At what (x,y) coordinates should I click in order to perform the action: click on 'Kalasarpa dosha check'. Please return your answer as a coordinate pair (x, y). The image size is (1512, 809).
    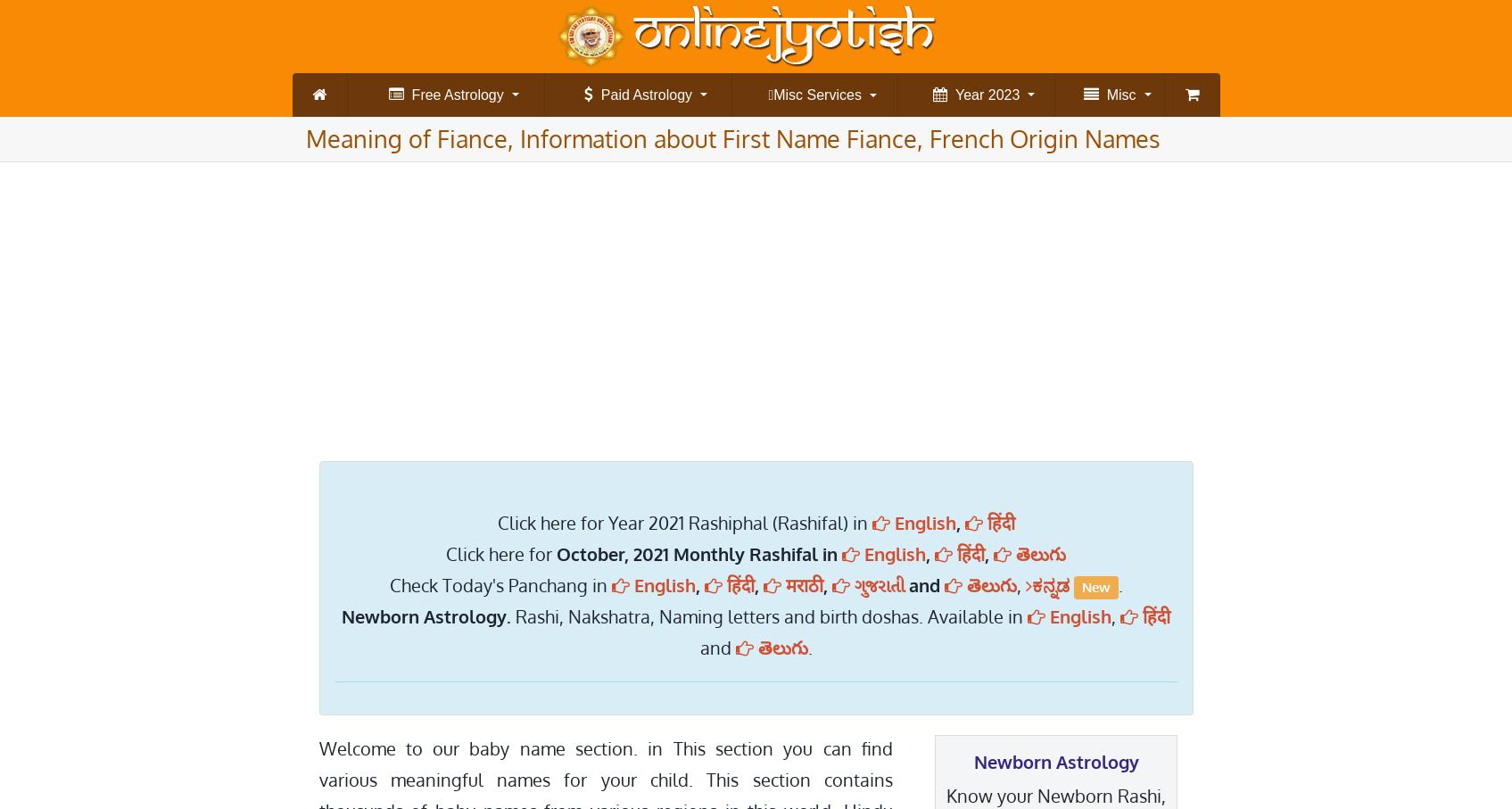
    Looking at the image, I should click on (417, 174).